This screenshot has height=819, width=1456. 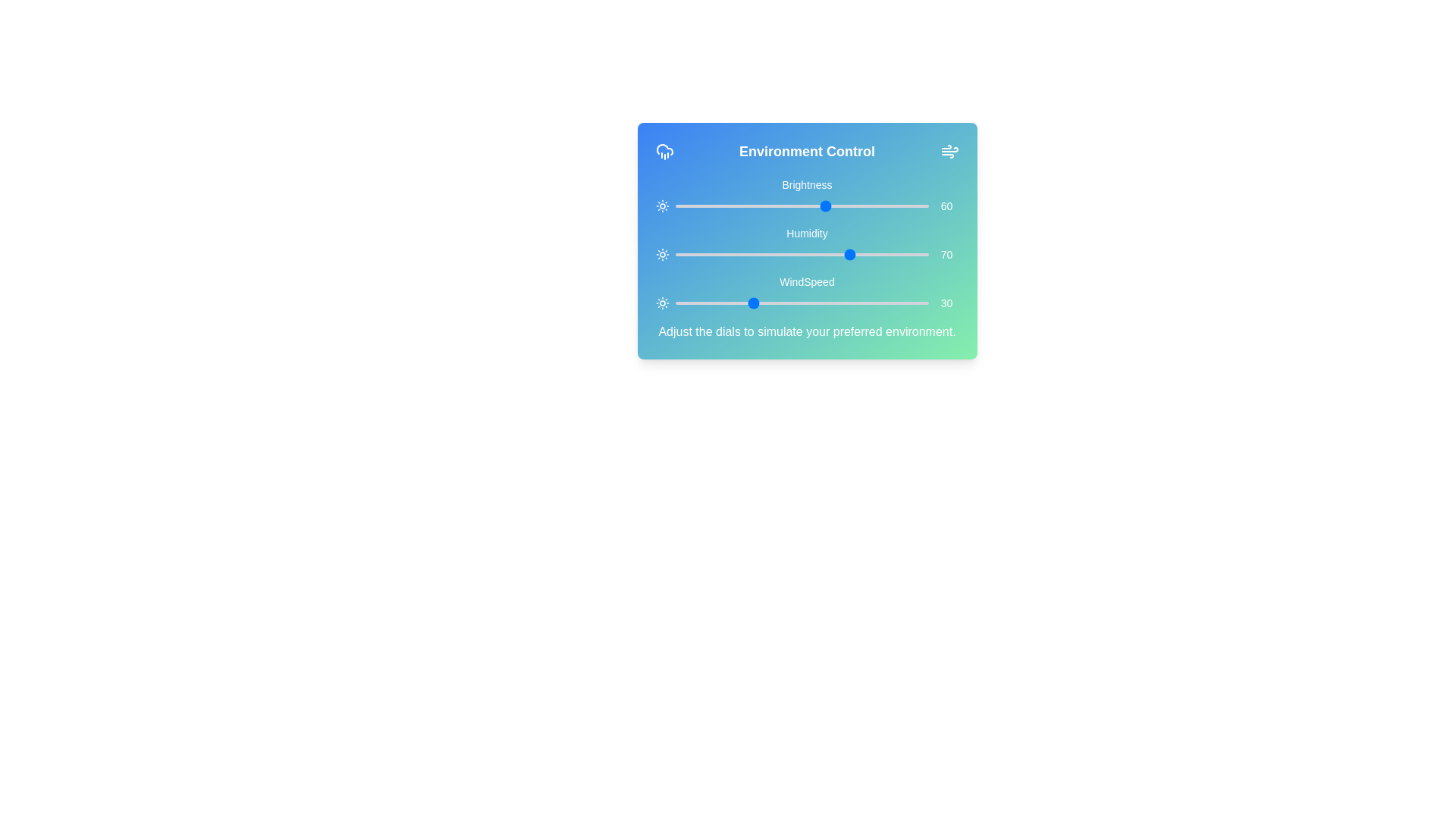 What do you see at coordinates (801, 206) in the screenshot?
I see `the brightness slider to observe any hover effects` at bounding box center [801, 206].